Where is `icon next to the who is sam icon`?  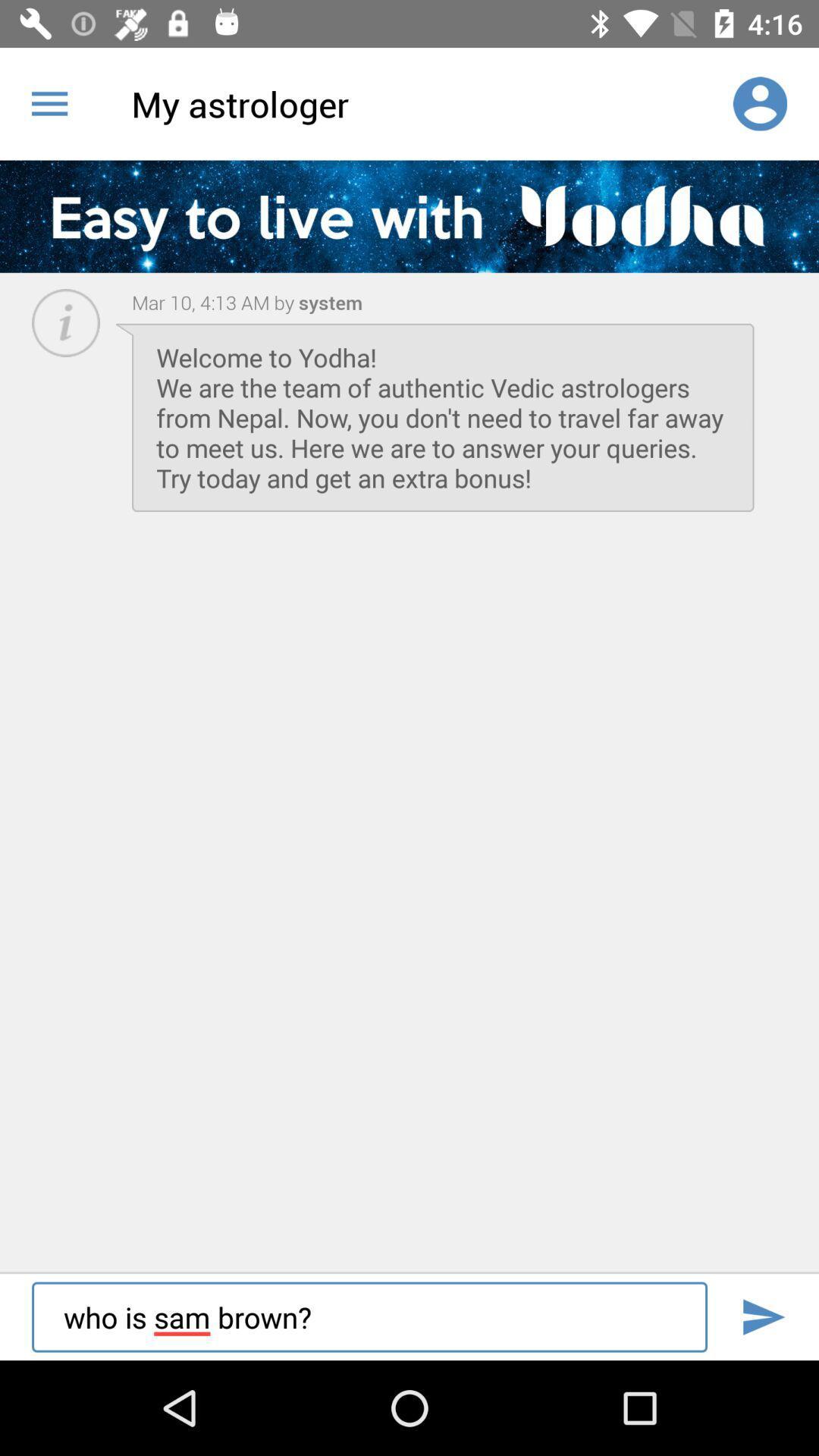
icon next to the who is sam icon is located at coordinates (763, 1316).